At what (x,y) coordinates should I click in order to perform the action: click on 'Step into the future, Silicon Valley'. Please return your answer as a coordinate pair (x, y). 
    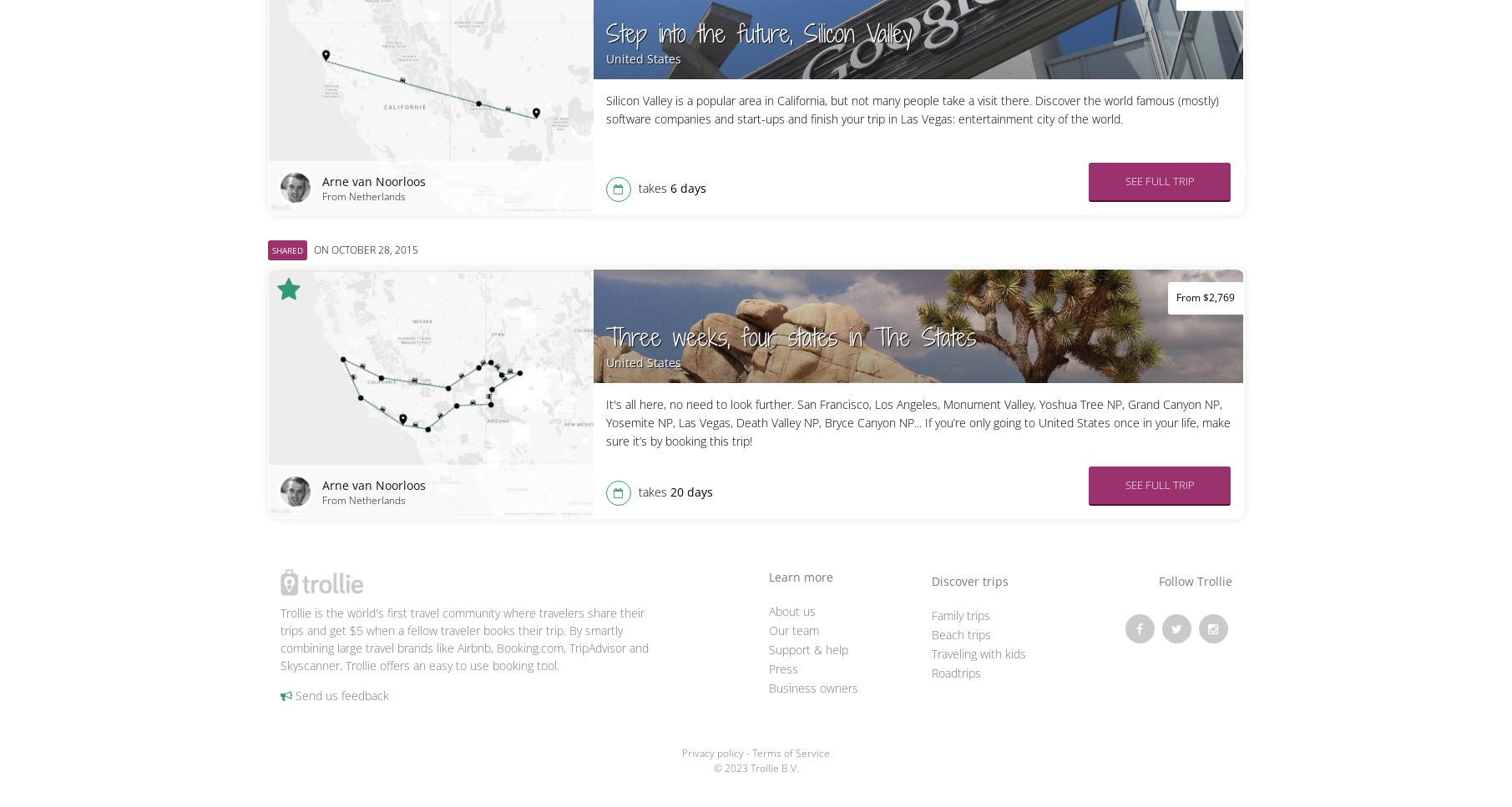
    Looking at the image, I should click on (757, 33).